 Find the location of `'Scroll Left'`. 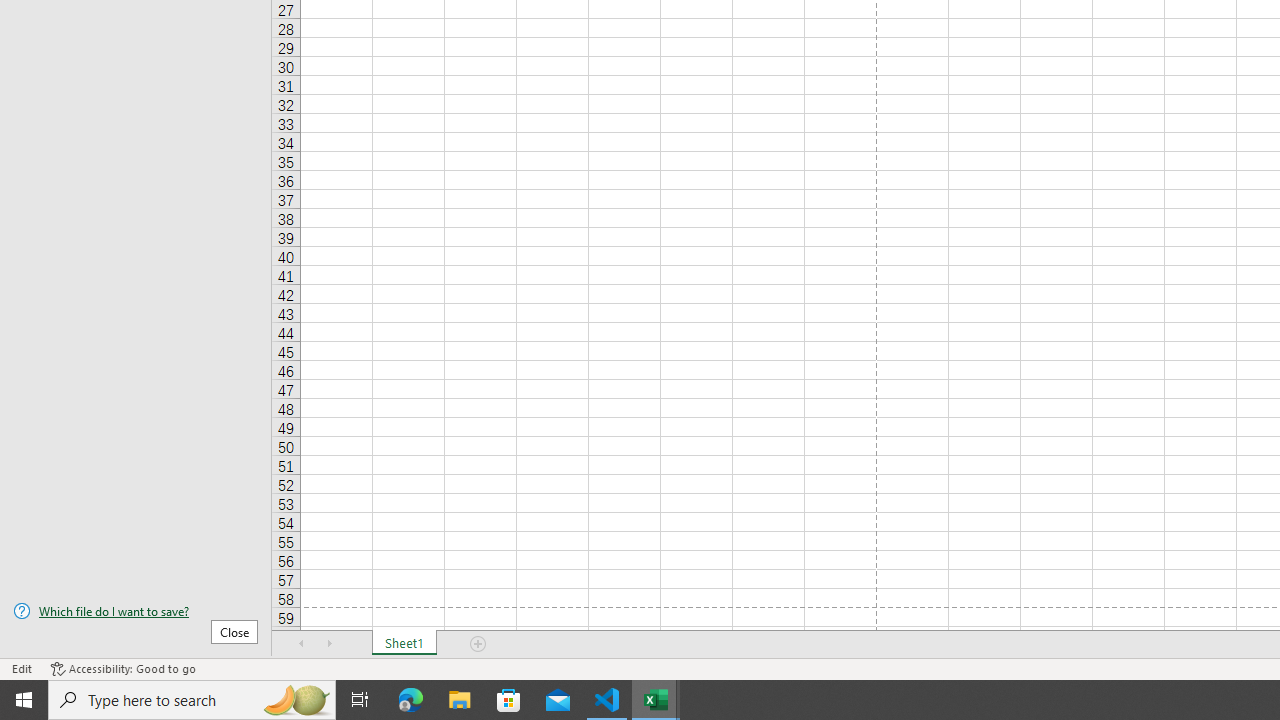

'Scroll Left' is located at coordinates (301, 644).